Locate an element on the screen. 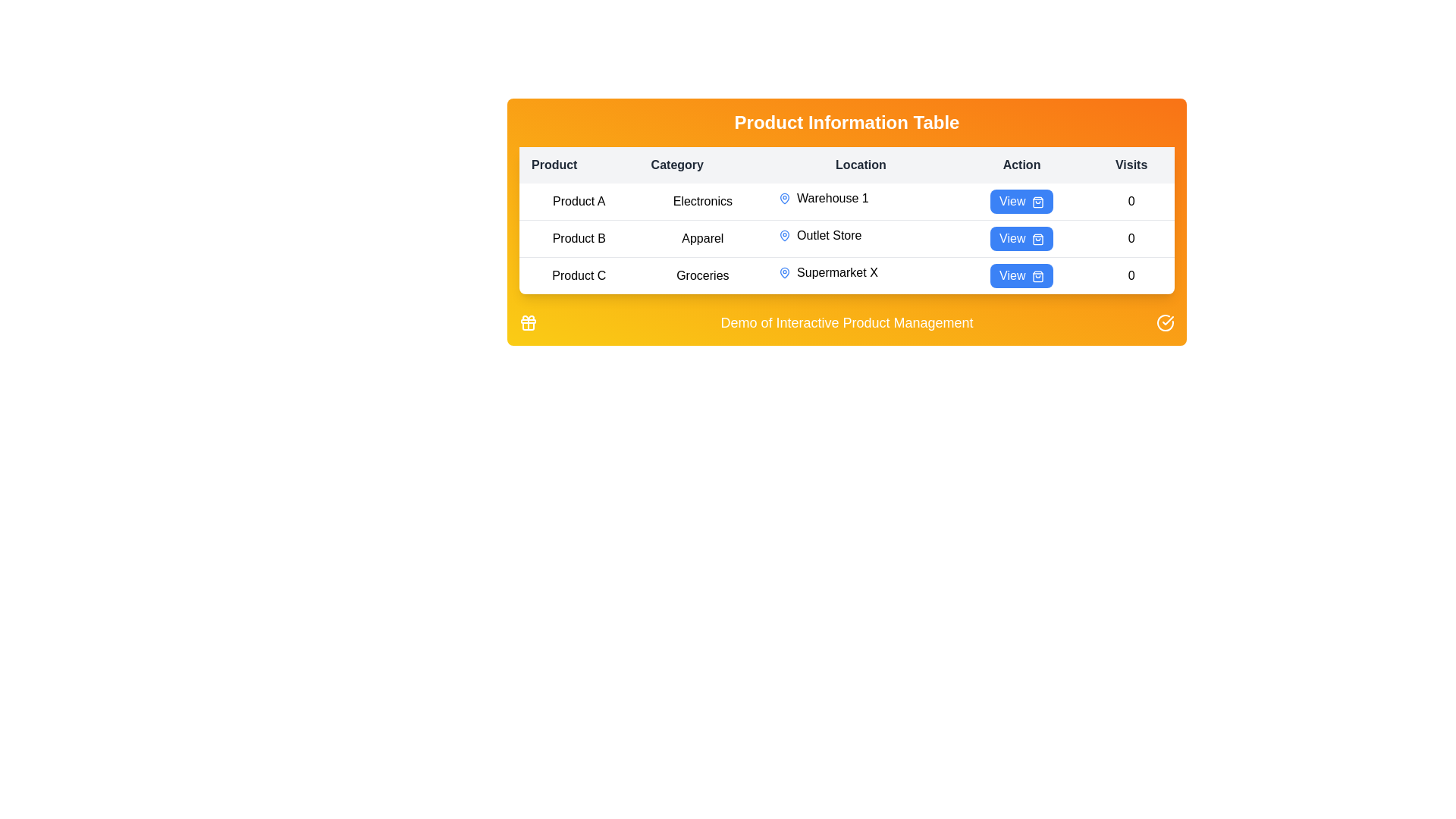  the button with a blue background and white text reading 'View', located in the 'Action' column of the second row in the table is located at coordinates (1021, 239).